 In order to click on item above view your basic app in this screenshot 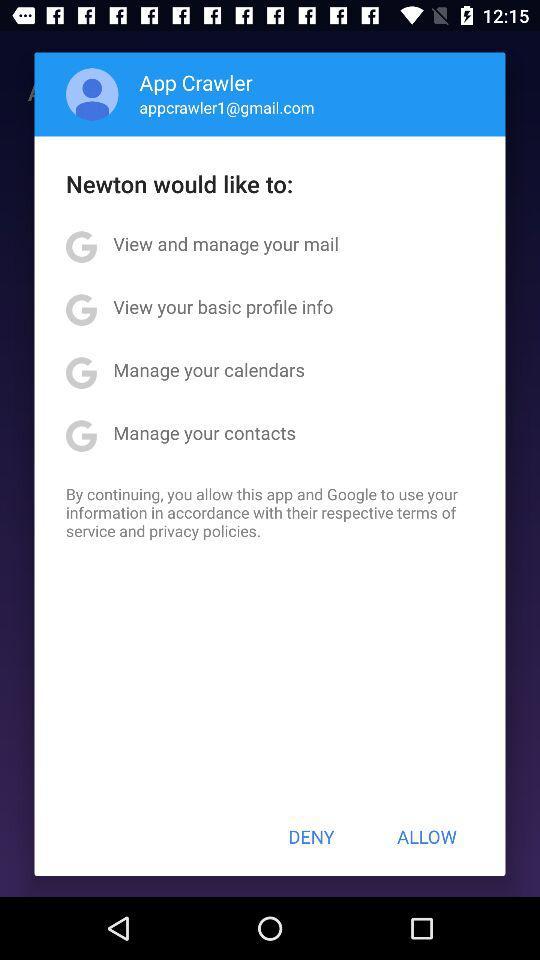, I will do `click(225, 242)`.